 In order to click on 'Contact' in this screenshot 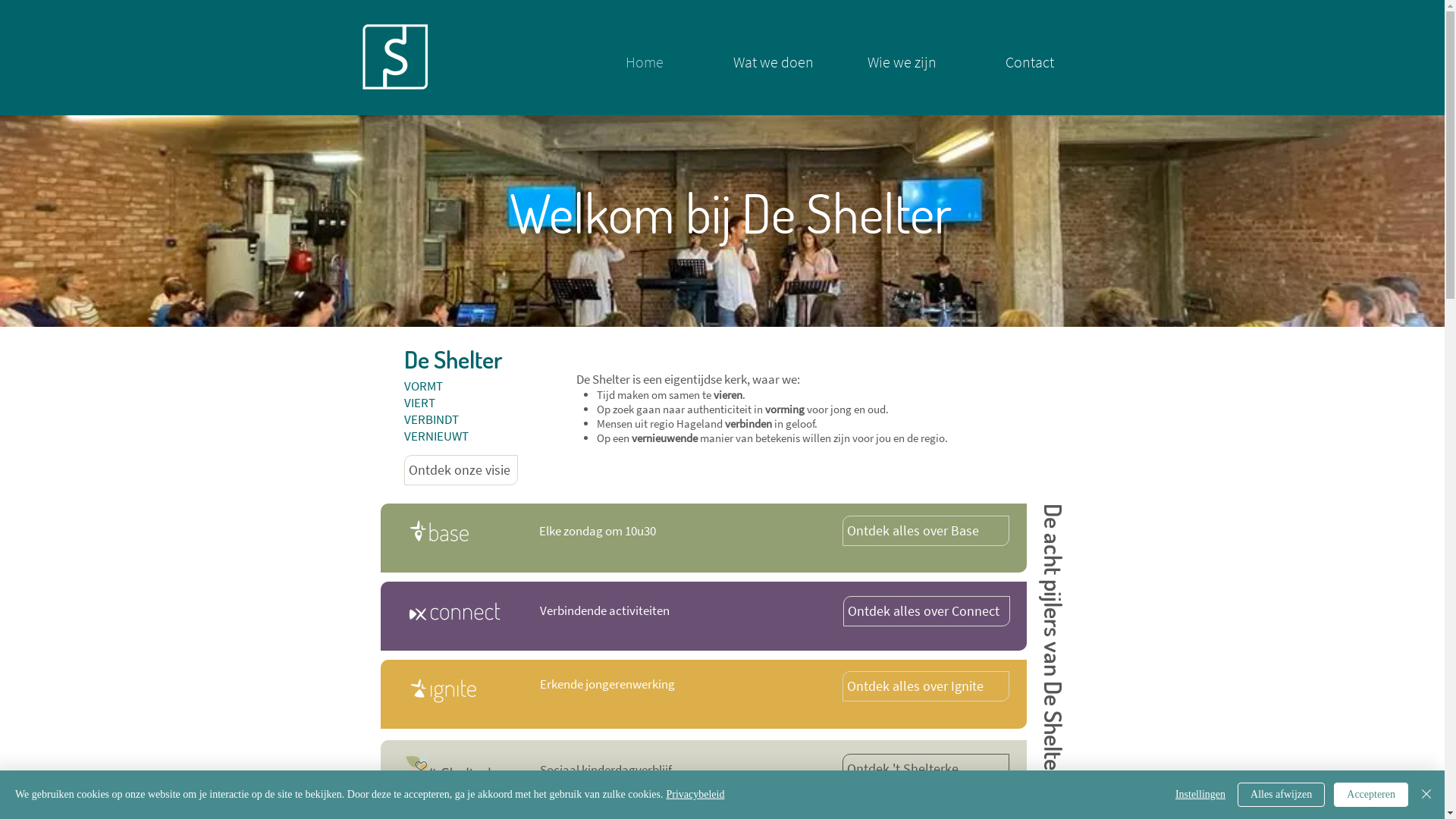, I will do `click(1030, 61)`.